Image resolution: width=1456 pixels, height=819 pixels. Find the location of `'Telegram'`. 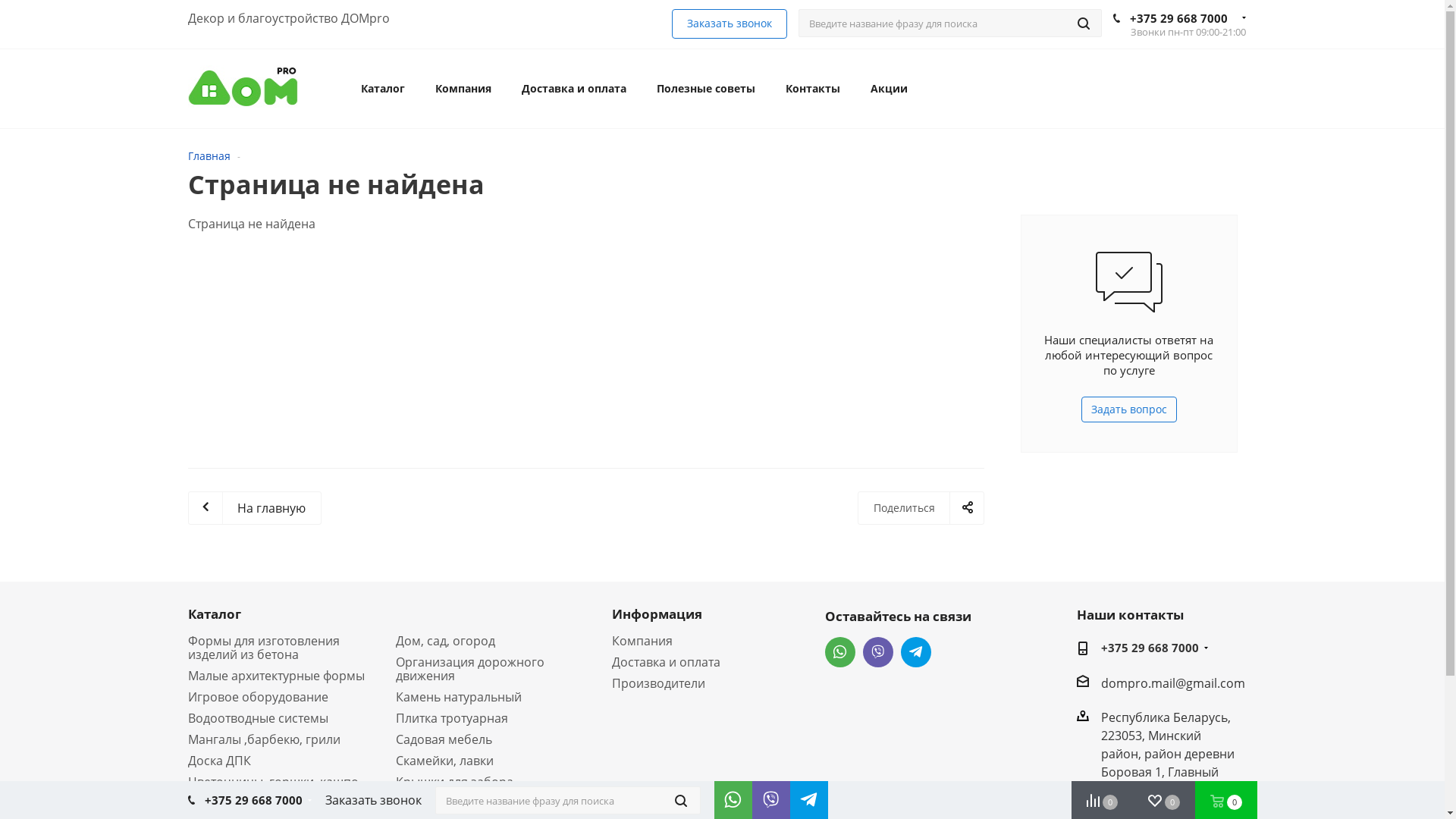

'Telegram' is located at coordinates (915, 651).